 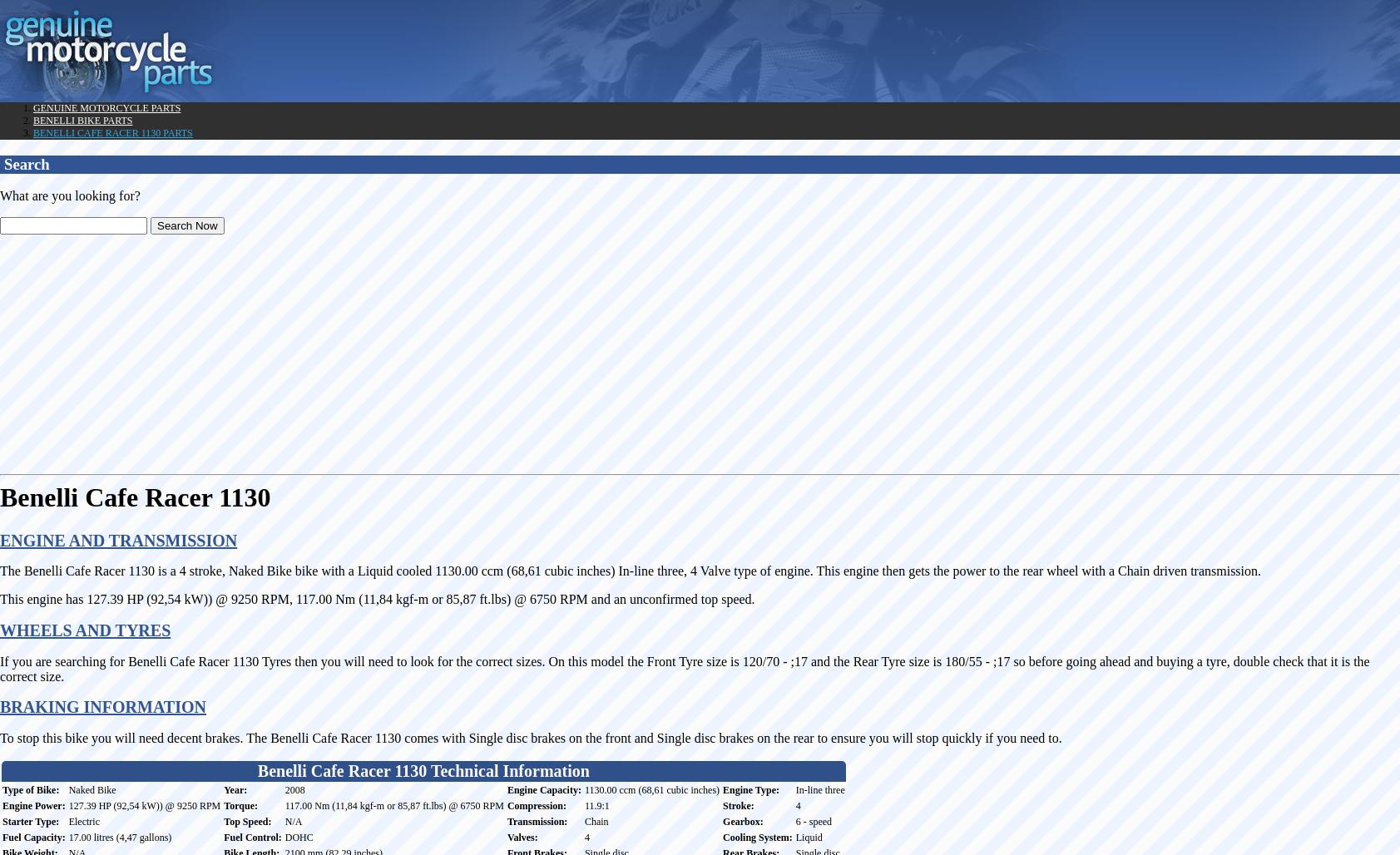 What do you see at coordinates (393, 803) in the screenshot?
I see `'117.00 Nm (11,84 kgf-m or 85,87 ft.lbs) @ 6750 RPM'` at bounding box center [393, 803].